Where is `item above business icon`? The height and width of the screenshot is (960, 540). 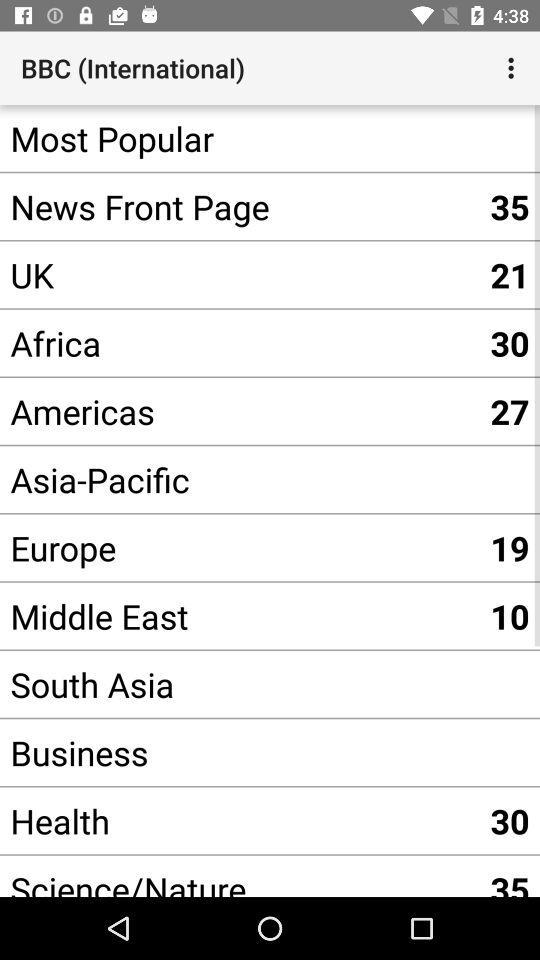 item above business icon is located at coordinates (239, 684).